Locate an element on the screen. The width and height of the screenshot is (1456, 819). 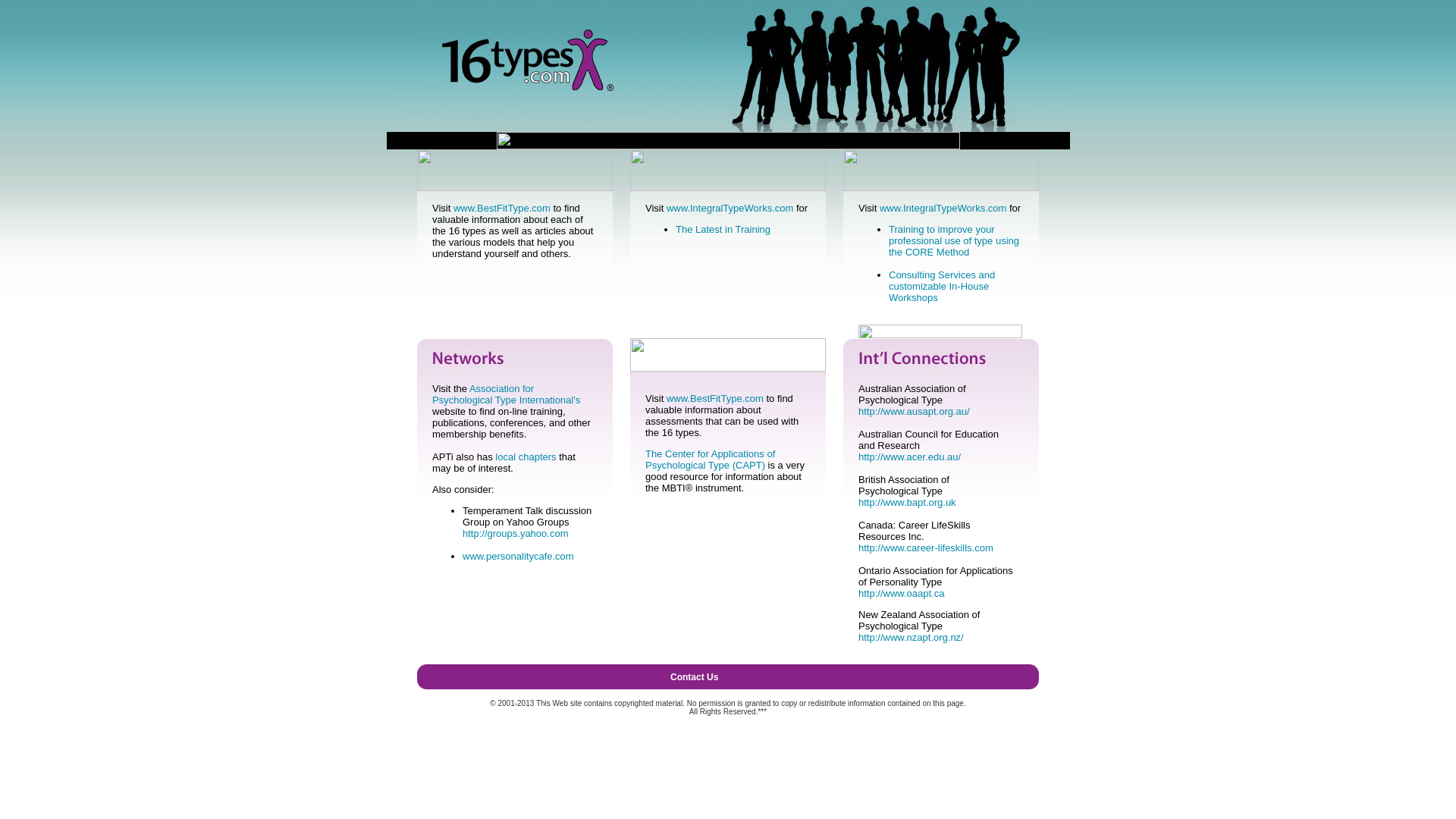
'http://www.oaapt.ca' is located at coordinates (901, 592).